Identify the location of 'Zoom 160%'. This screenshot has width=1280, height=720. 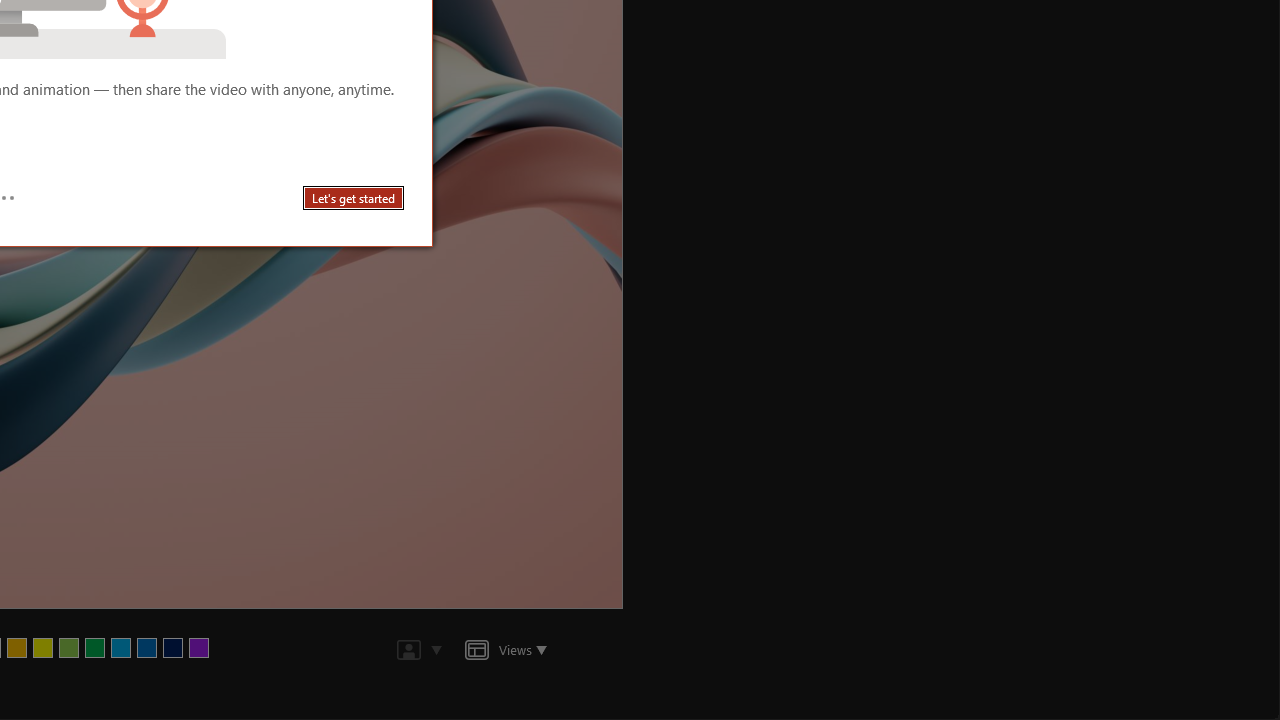
(1233, 669).